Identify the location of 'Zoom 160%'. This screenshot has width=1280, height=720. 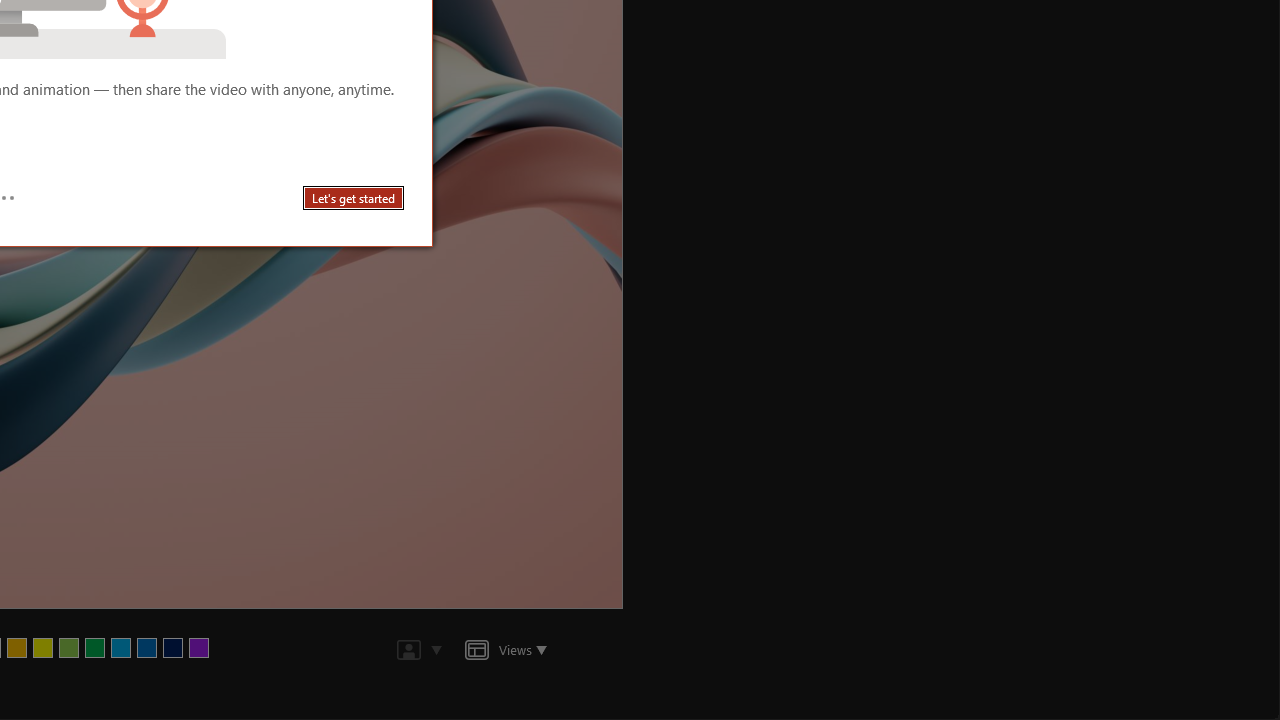
(1233, 669).